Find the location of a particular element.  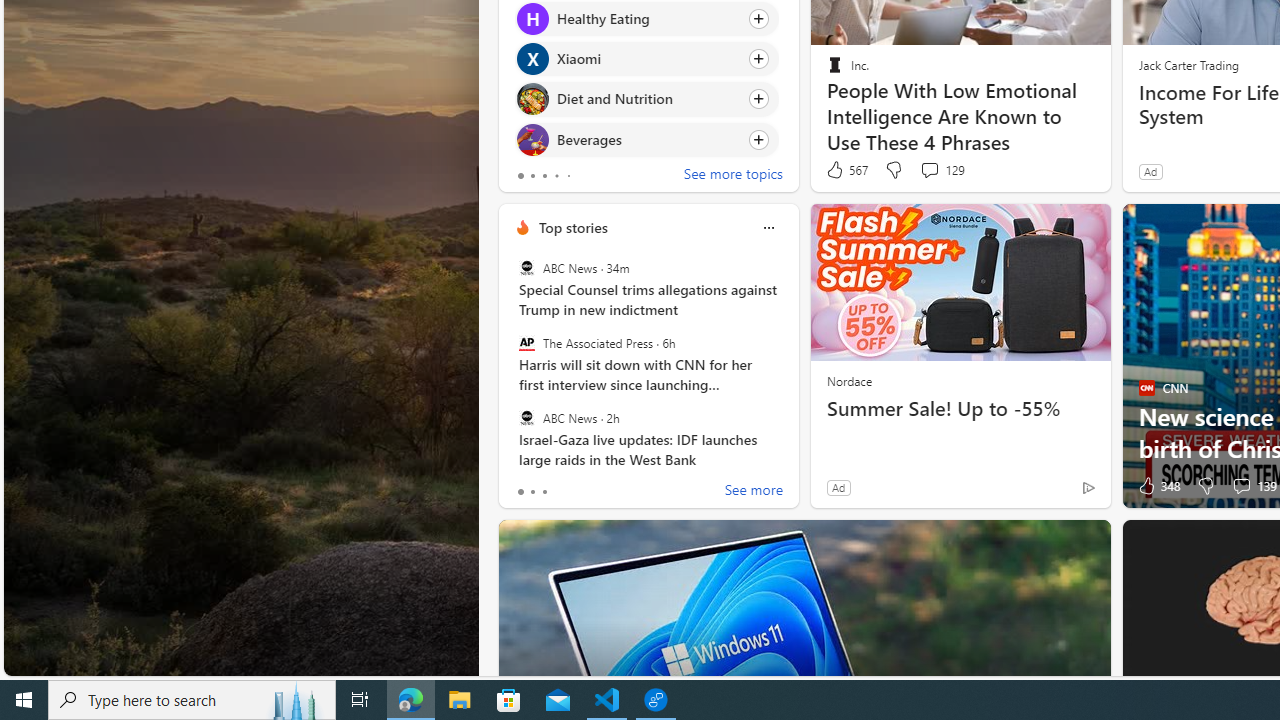

'View comments 129 Comment' is located at coordinates (928, 168).